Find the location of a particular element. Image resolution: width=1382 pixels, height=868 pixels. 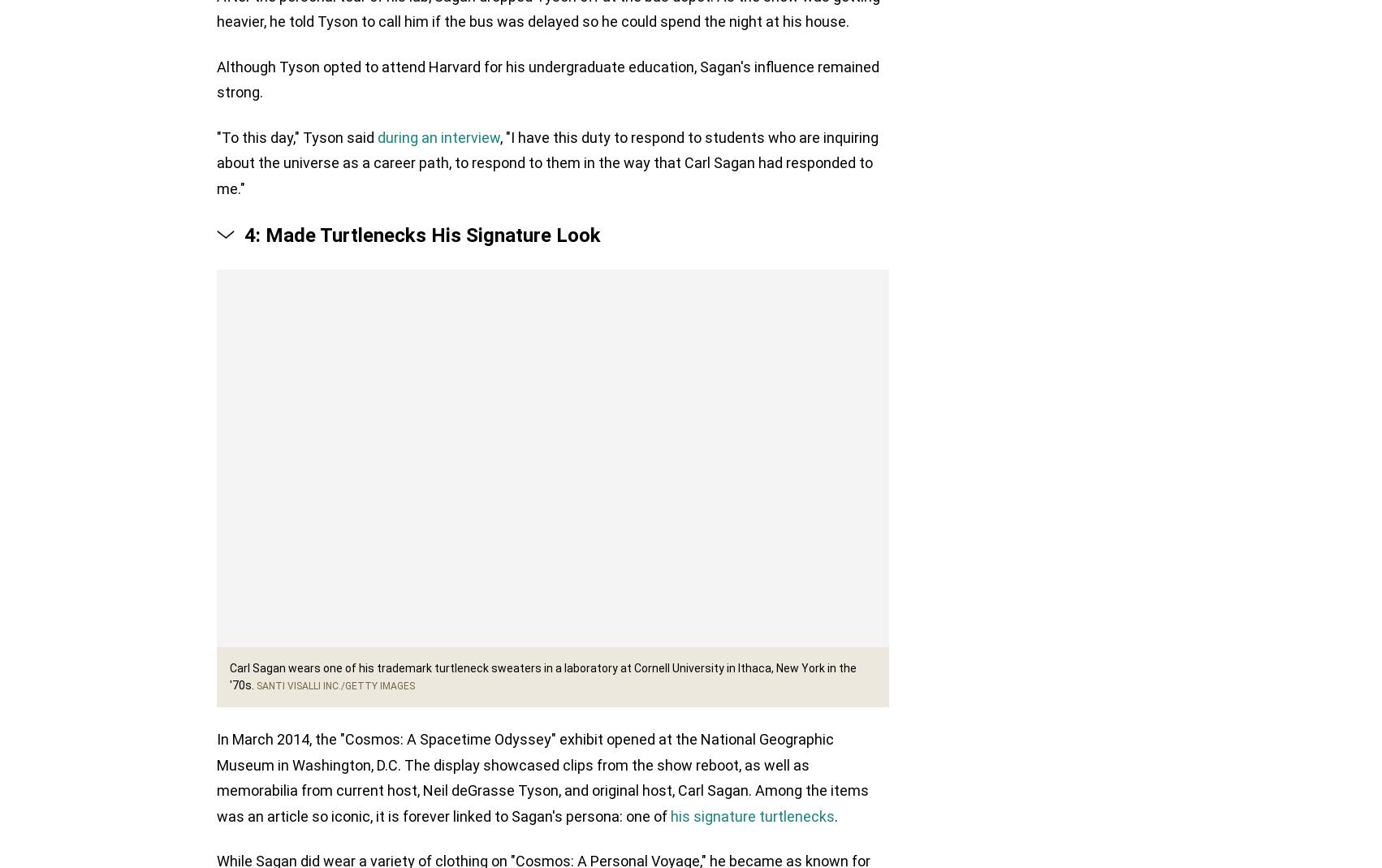

'In March 2014, the "Cosmos: A Spacetime Odyssey" exhibit opened at the National Geographic Museum in Washington, D.C. The display showcased clips from the show reboot, as well as memorabilia from current host, Neil deGrasse Tyson, and original host, Carl Sagan. Among the items was an article so iconic, it is forever linked to Sagan's persona: one of' is located at coordinates (542, 779).